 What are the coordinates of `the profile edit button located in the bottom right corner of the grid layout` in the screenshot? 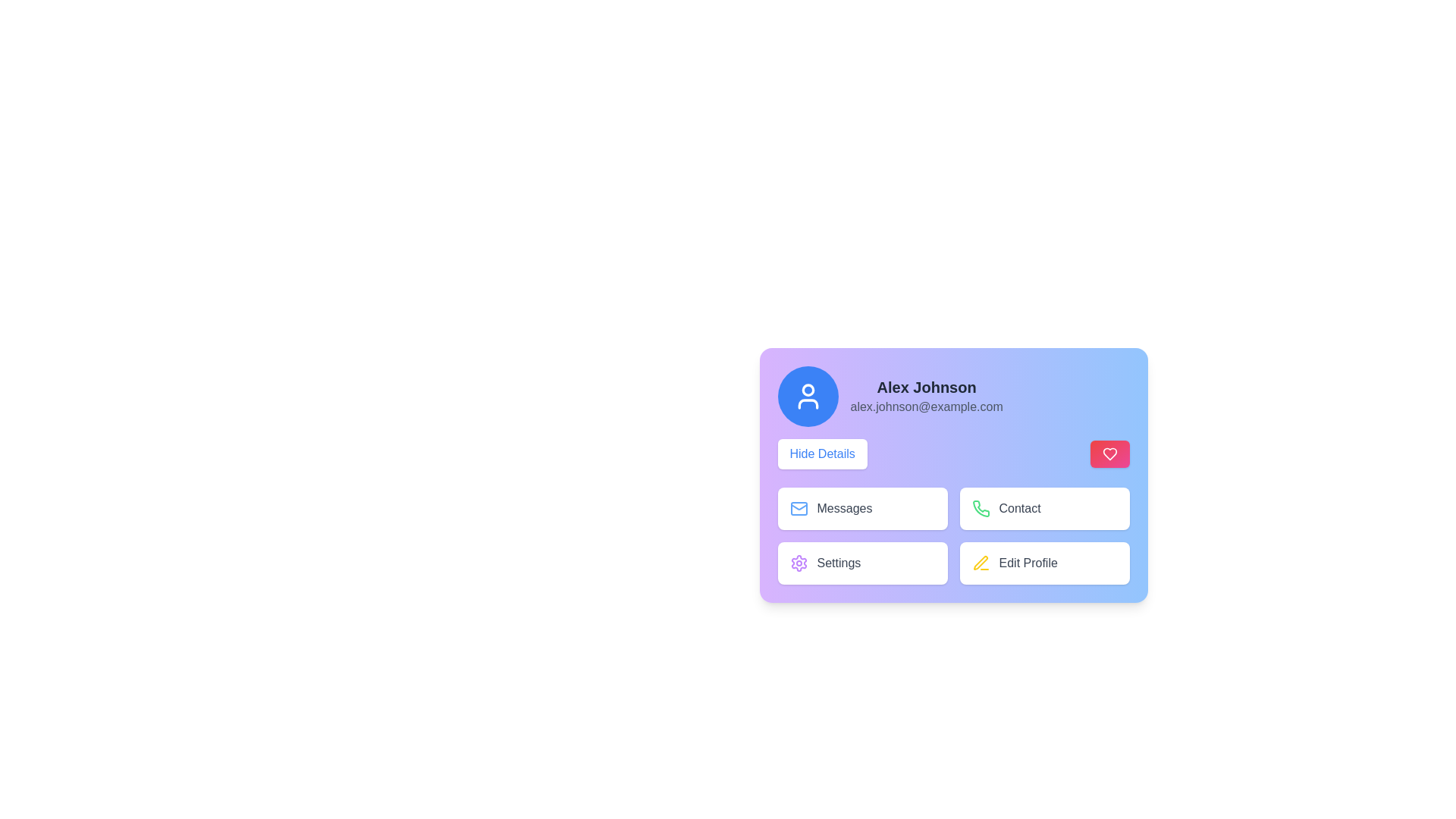 It's located at (1043, 563).